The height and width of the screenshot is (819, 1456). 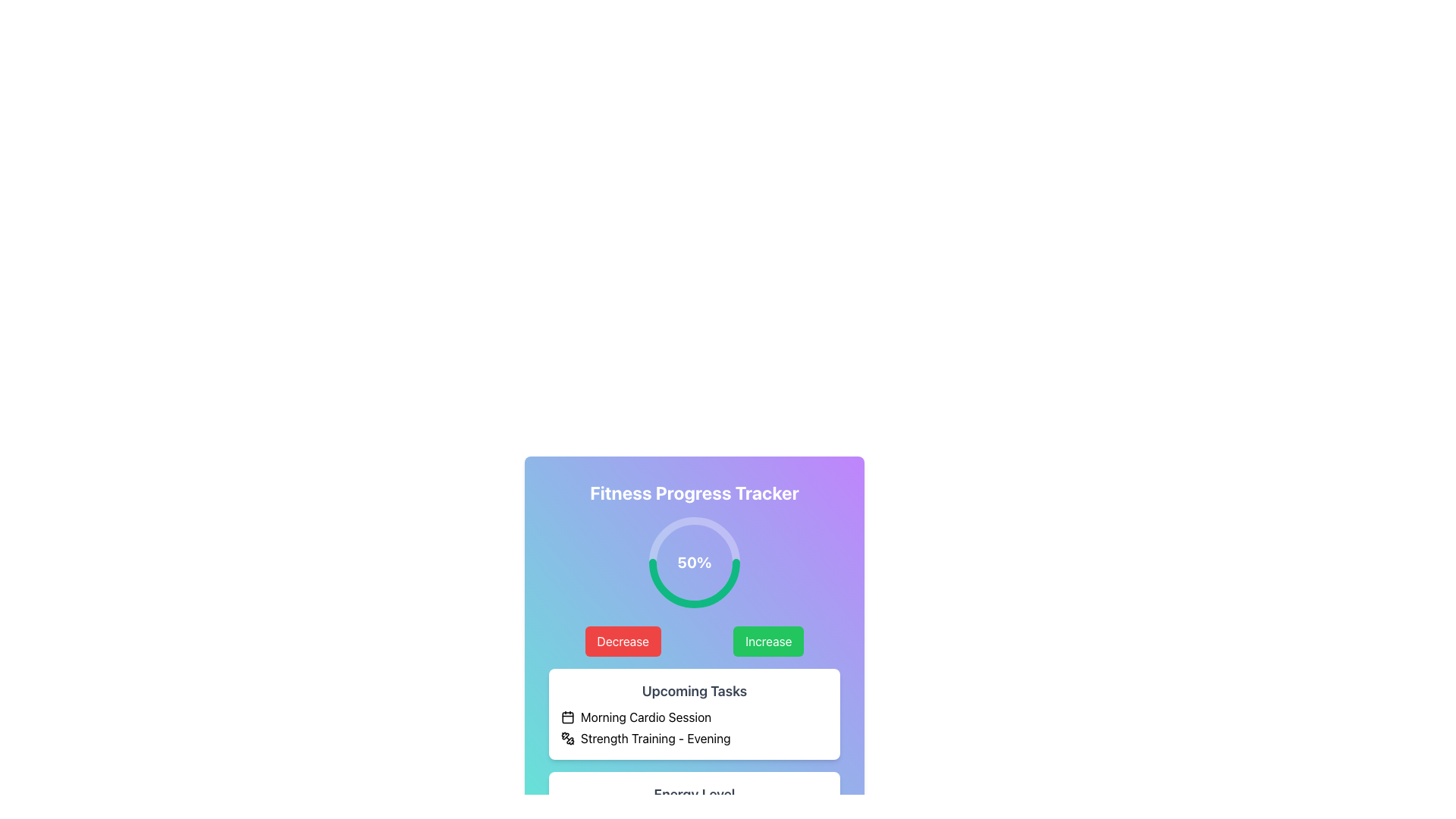 What do you see at coordinates (694, 562) in the screenshot?
I see `the text component displaying '50%' in bold, white font, which is centrally positioned within a circular progress indicator` at bounding box center [694, 562].